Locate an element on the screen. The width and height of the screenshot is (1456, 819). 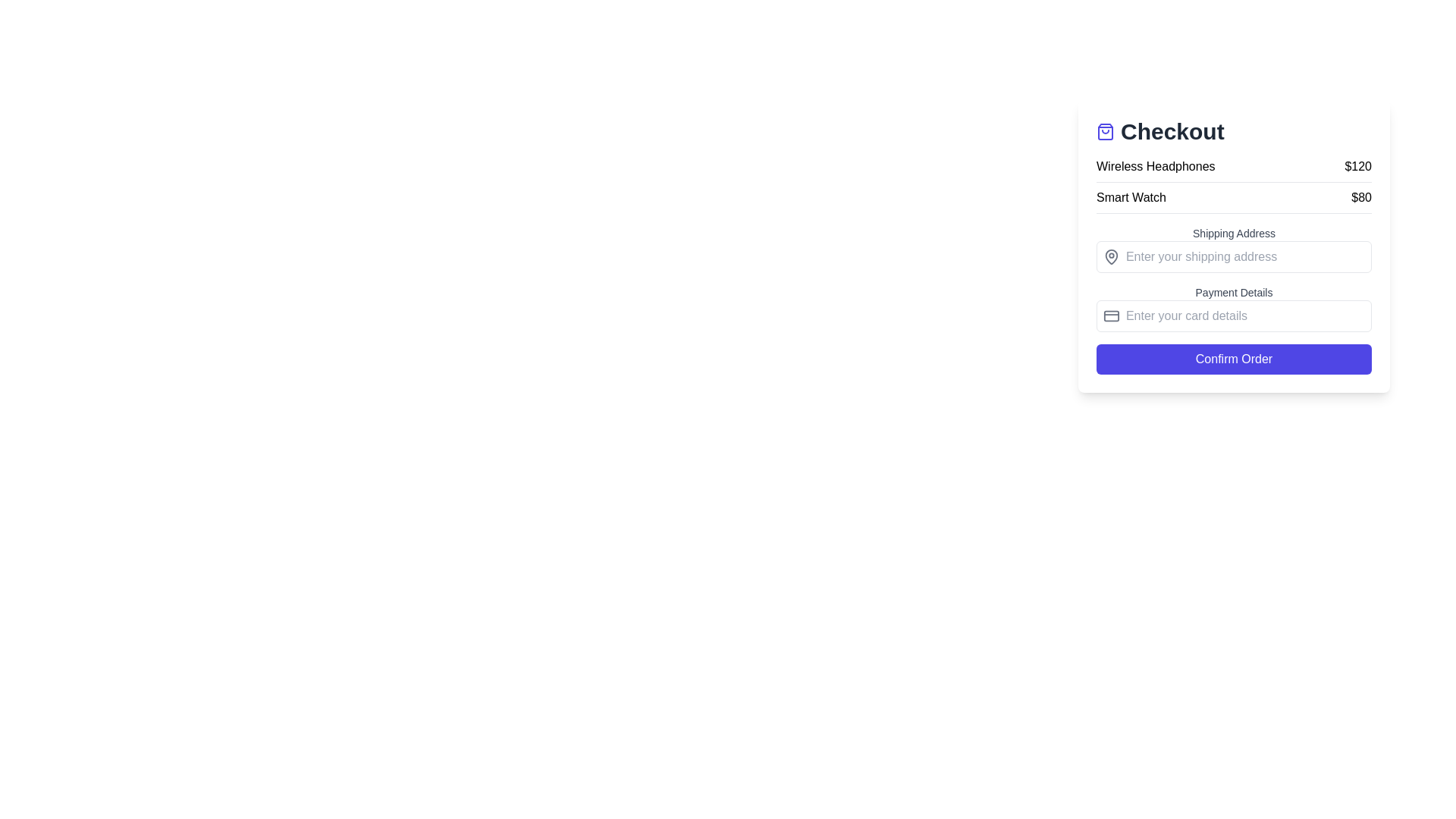
the label displaying the name of an item in the shopping checkout flow, located near the top-left corner of the itemized product list, aligned horizontally with the price tag '$120' is located at coordinates (1155, 166).